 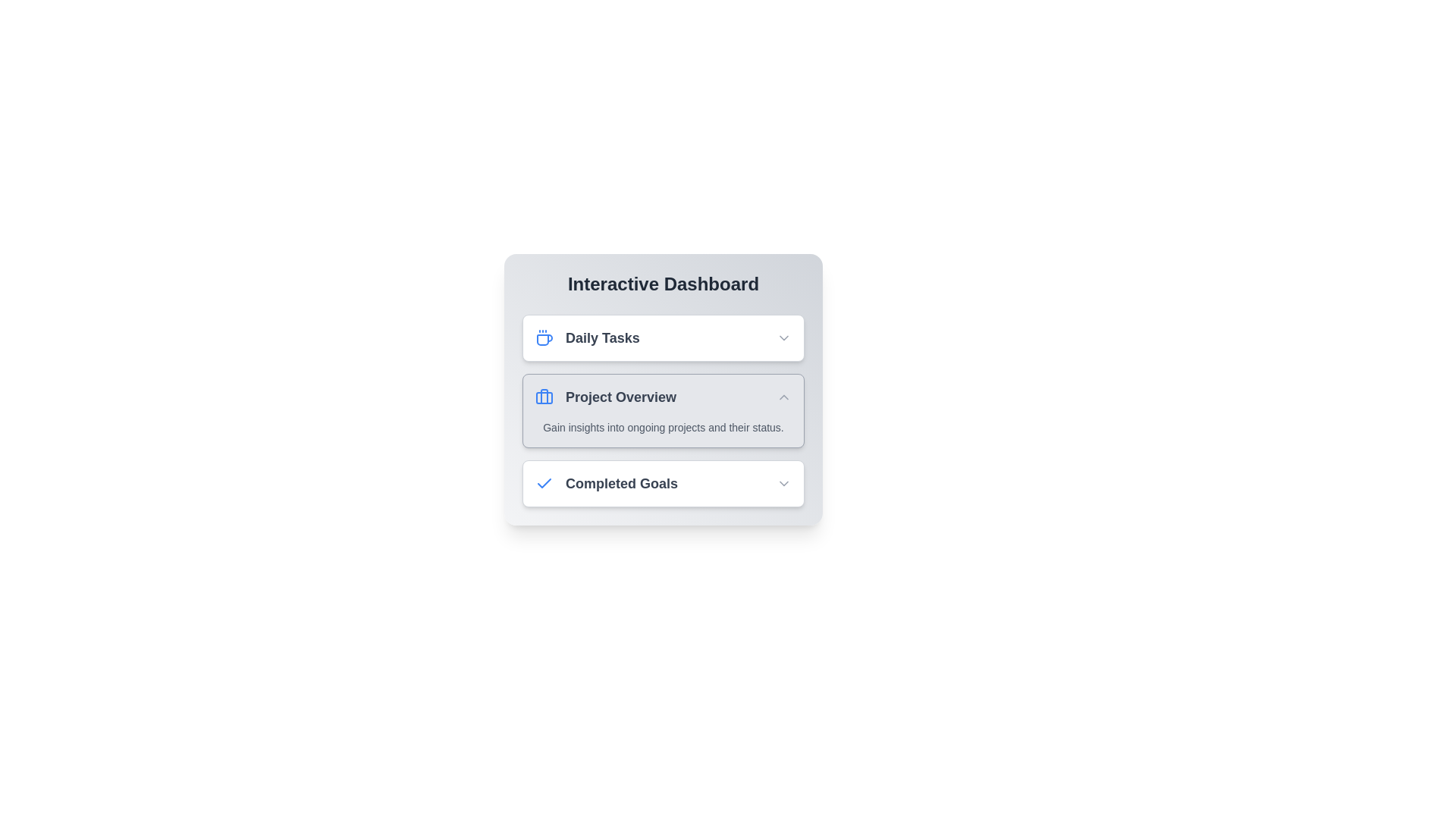 I want to click on the section titled Daily Tasks to toggle its expanded state, so click(x=663, y=337).